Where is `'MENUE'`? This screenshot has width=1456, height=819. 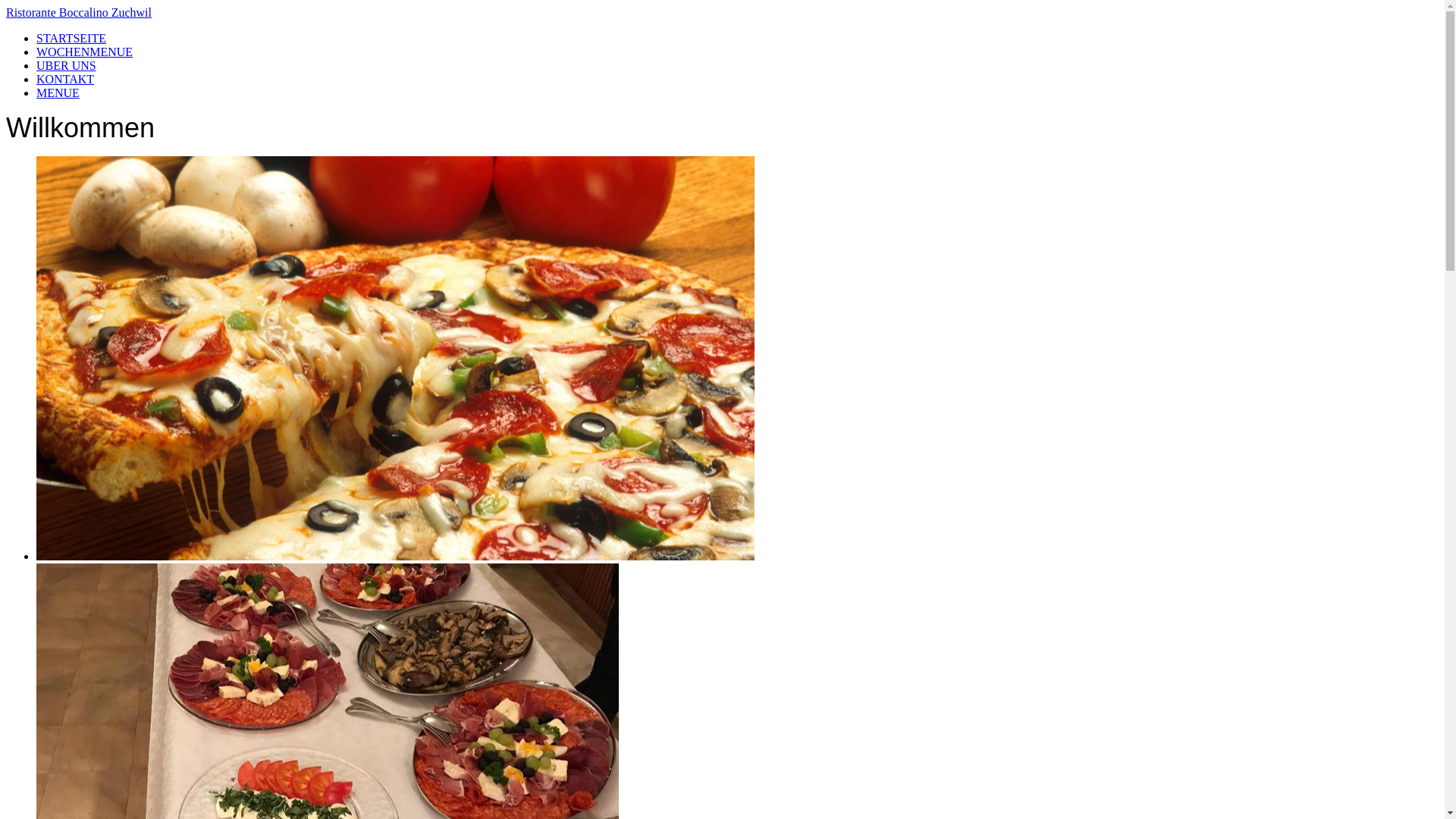
'MENUE' is located at coordinates (36, 93).